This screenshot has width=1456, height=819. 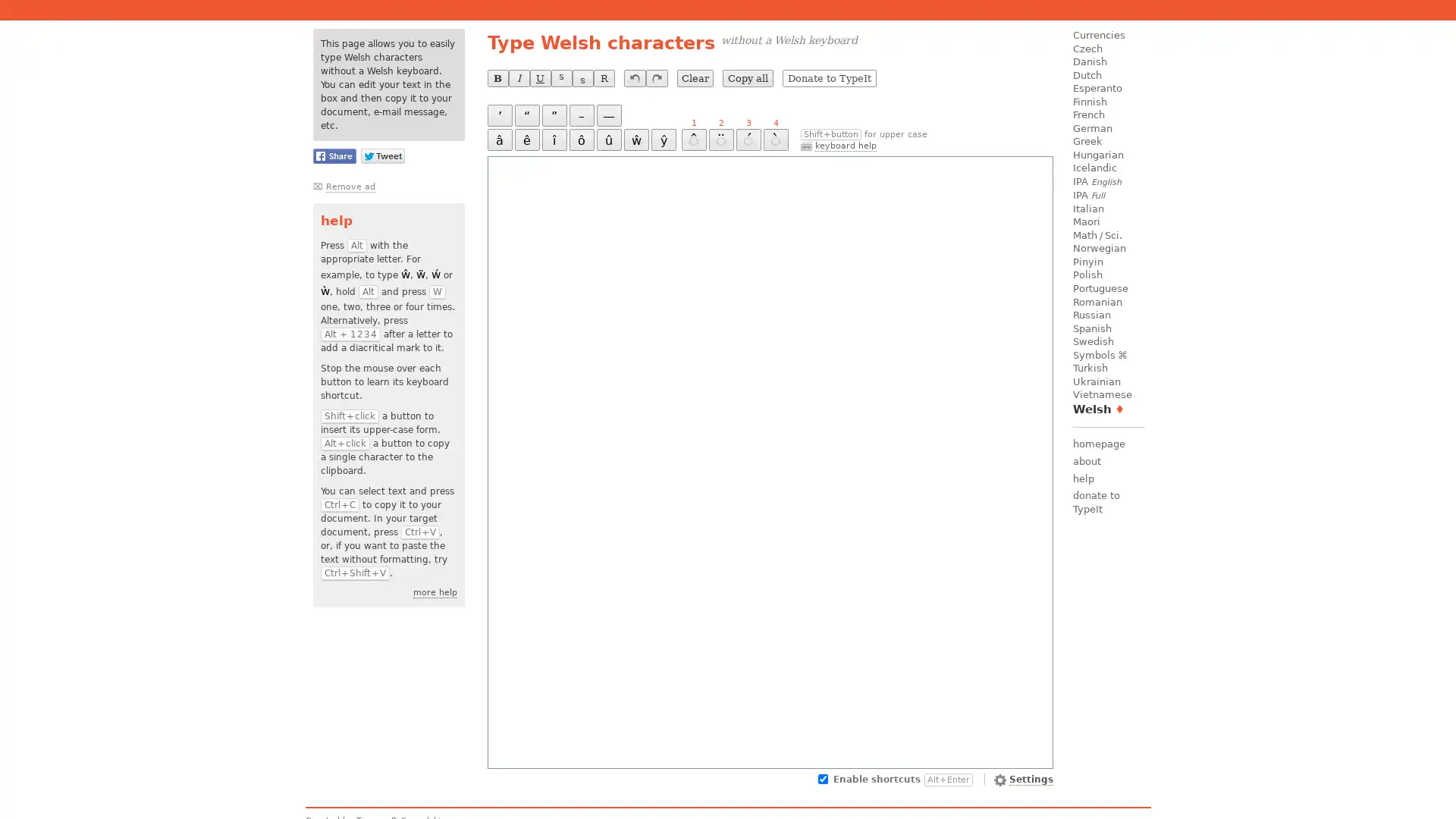 I want to click on 4, so click(x=775, y=140).